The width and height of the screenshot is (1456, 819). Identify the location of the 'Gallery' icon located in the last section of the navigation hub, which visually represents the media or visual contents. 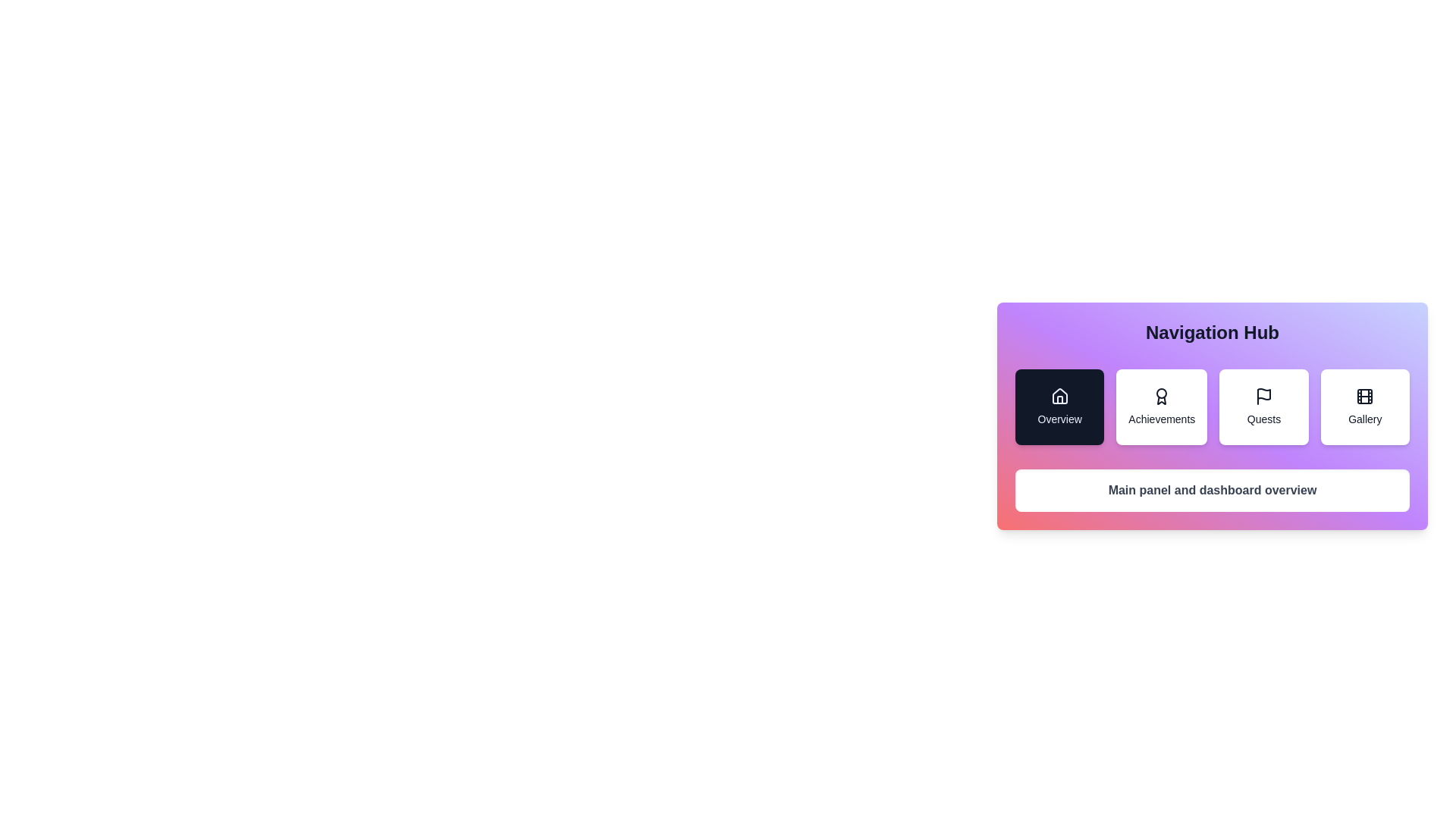
(1365, 396).